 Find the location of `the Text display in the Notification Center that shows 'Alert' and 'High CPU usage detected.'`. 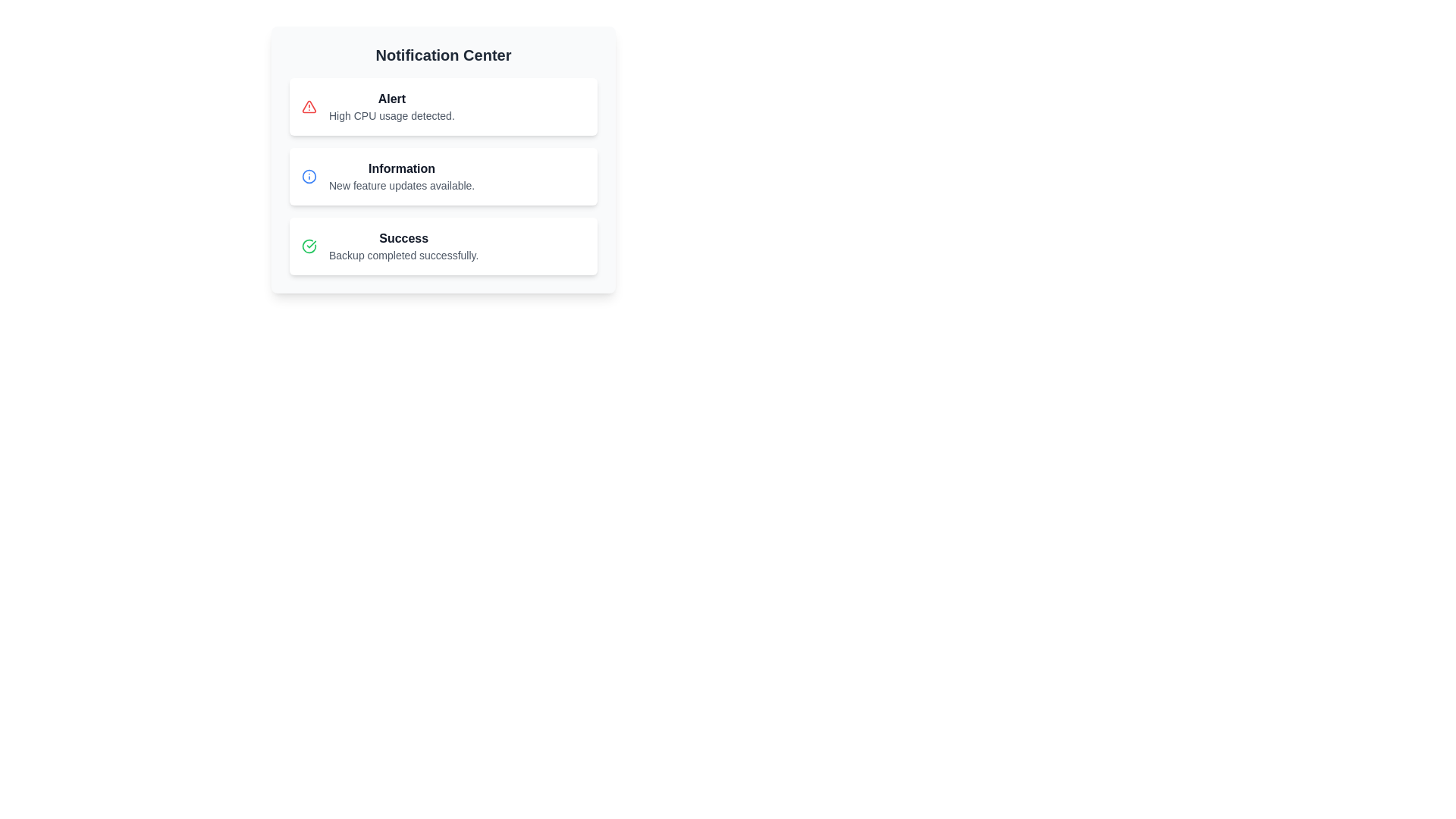

the Text display in the Notification Center that shows 'Alert' and 'High CPU usage detected.' is located at coordinates (391, 106).